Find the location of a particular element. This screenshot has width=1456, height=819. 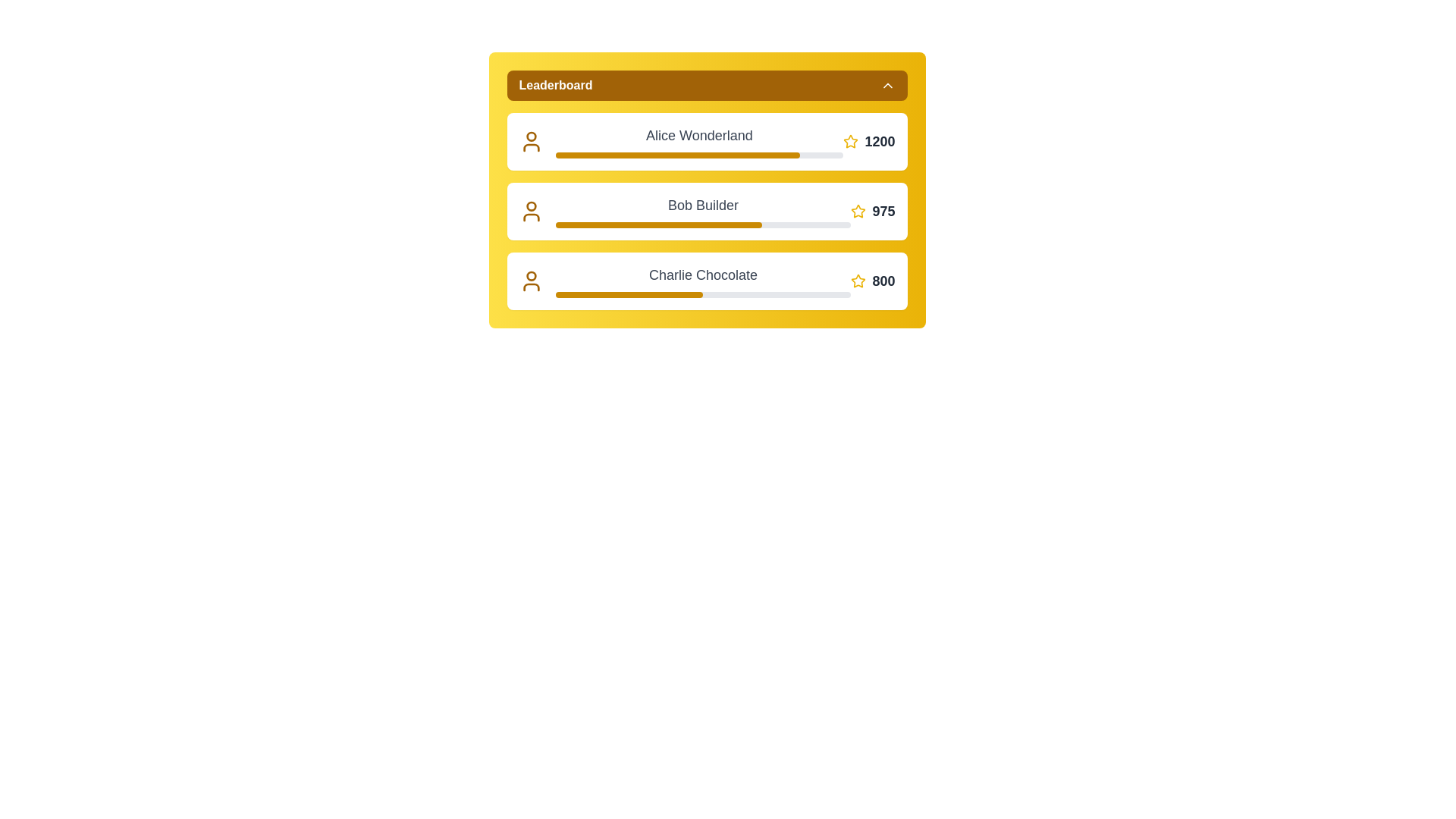

text label displaying 'Alice Wonderland' located above the progress bar in the top entry of the vertical leaderboard list is located at coordinates (698, 141).